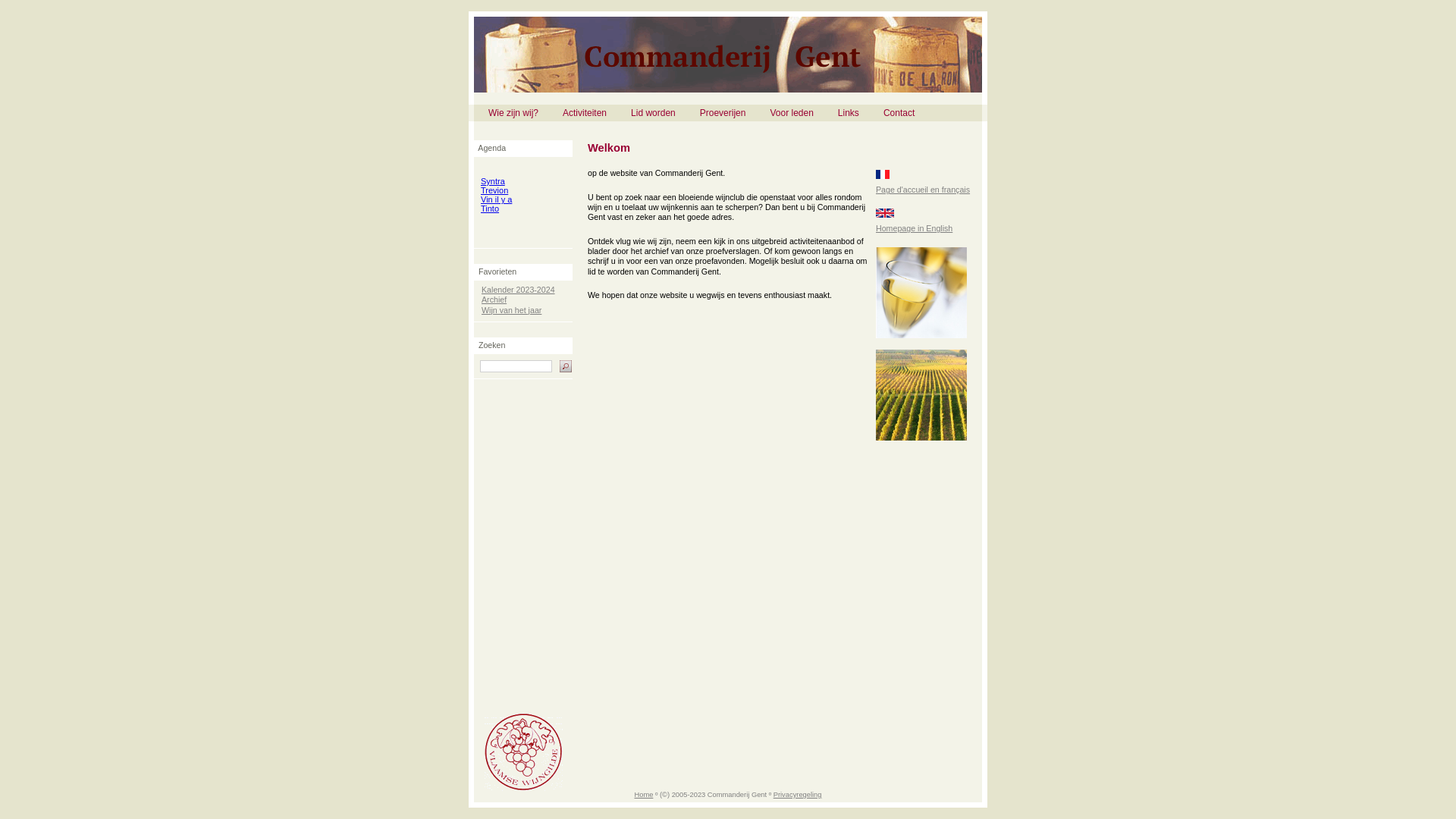 The image size is (1456, 819). I want to click on 'Lid worden', so click(653, 112).